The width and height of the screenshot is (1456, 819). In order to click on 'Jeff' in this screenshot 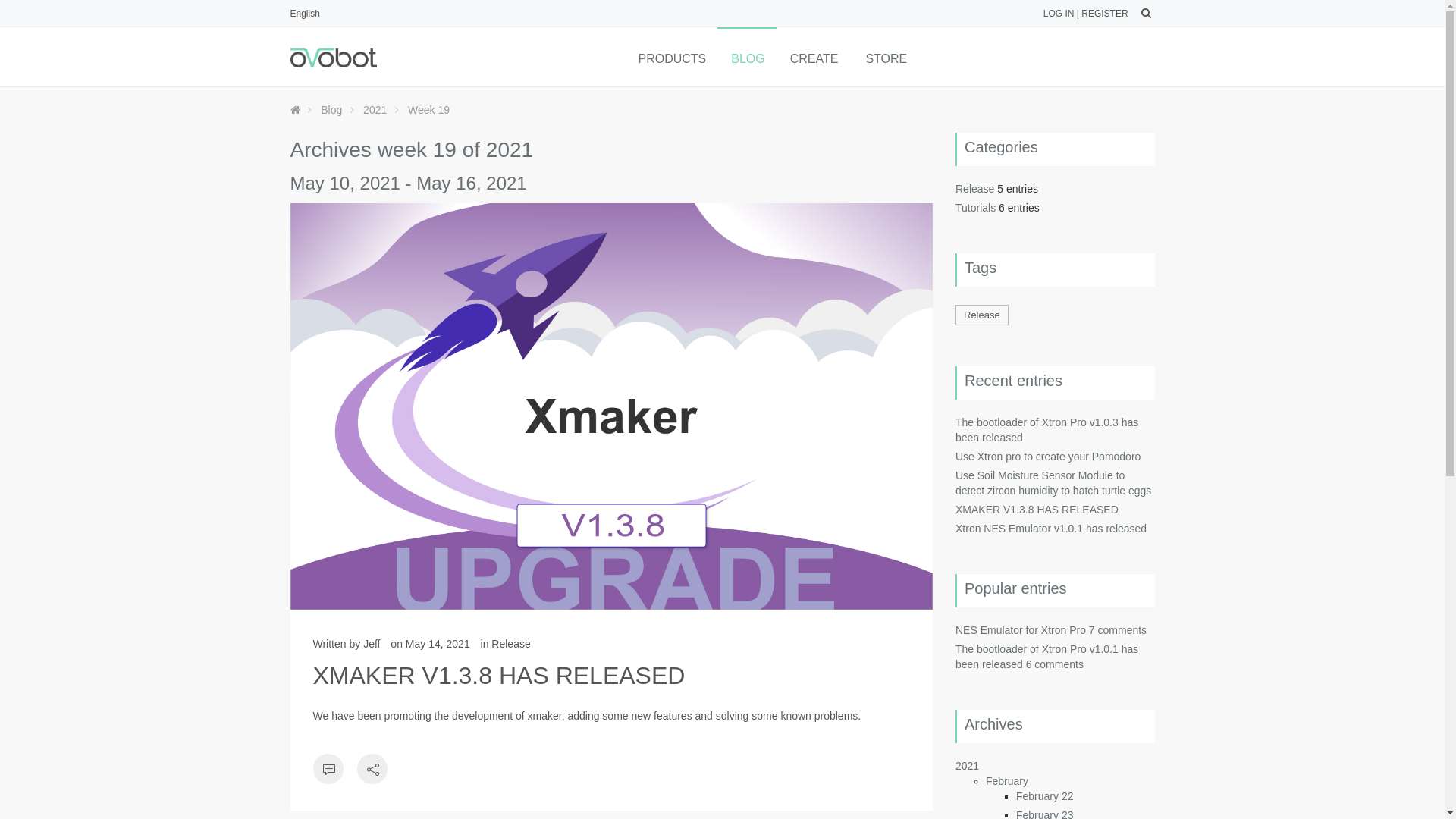, I will do `click(362, 643)`.